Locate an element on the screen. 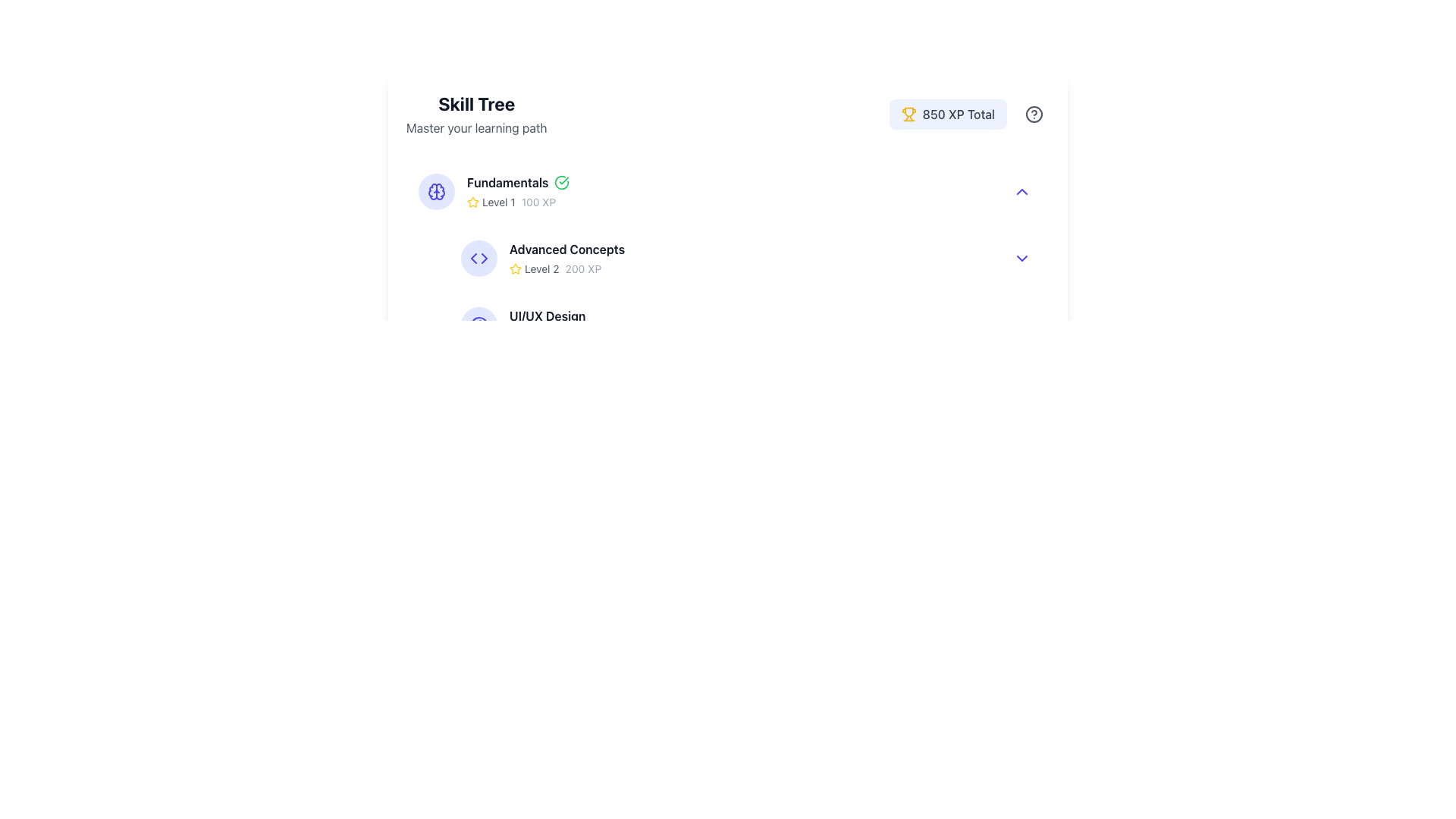 The height and width of the screenshot is (819, 1456). the design of the 'Fundamentals' skill icon located to the left of the 'Fundamentals Level 1 100 XP' text block, which is the first item in the skill tree section is located at coordinates (436, 191).